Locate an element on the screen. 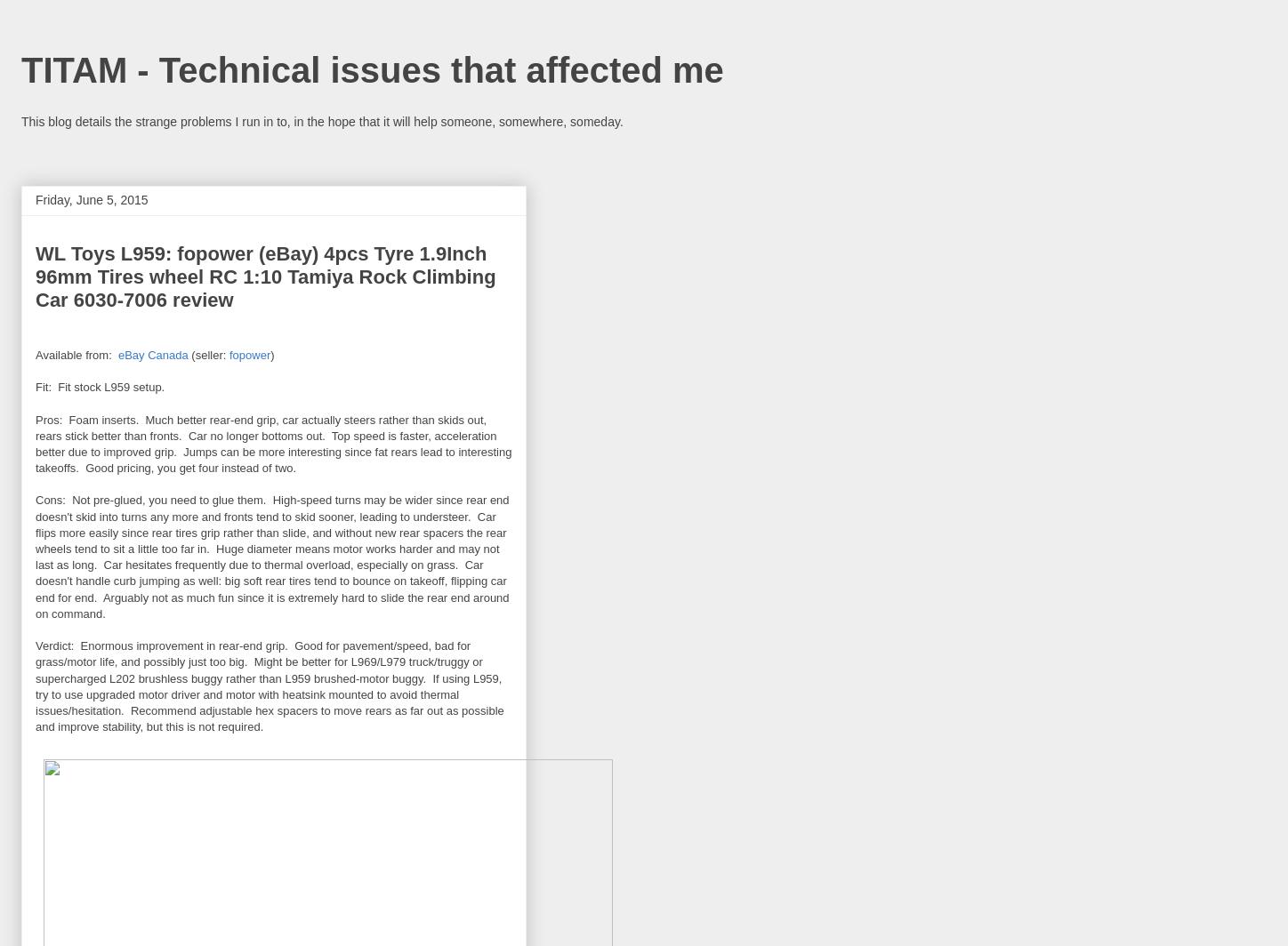  'fopower' is located at coordinates (248, 354).